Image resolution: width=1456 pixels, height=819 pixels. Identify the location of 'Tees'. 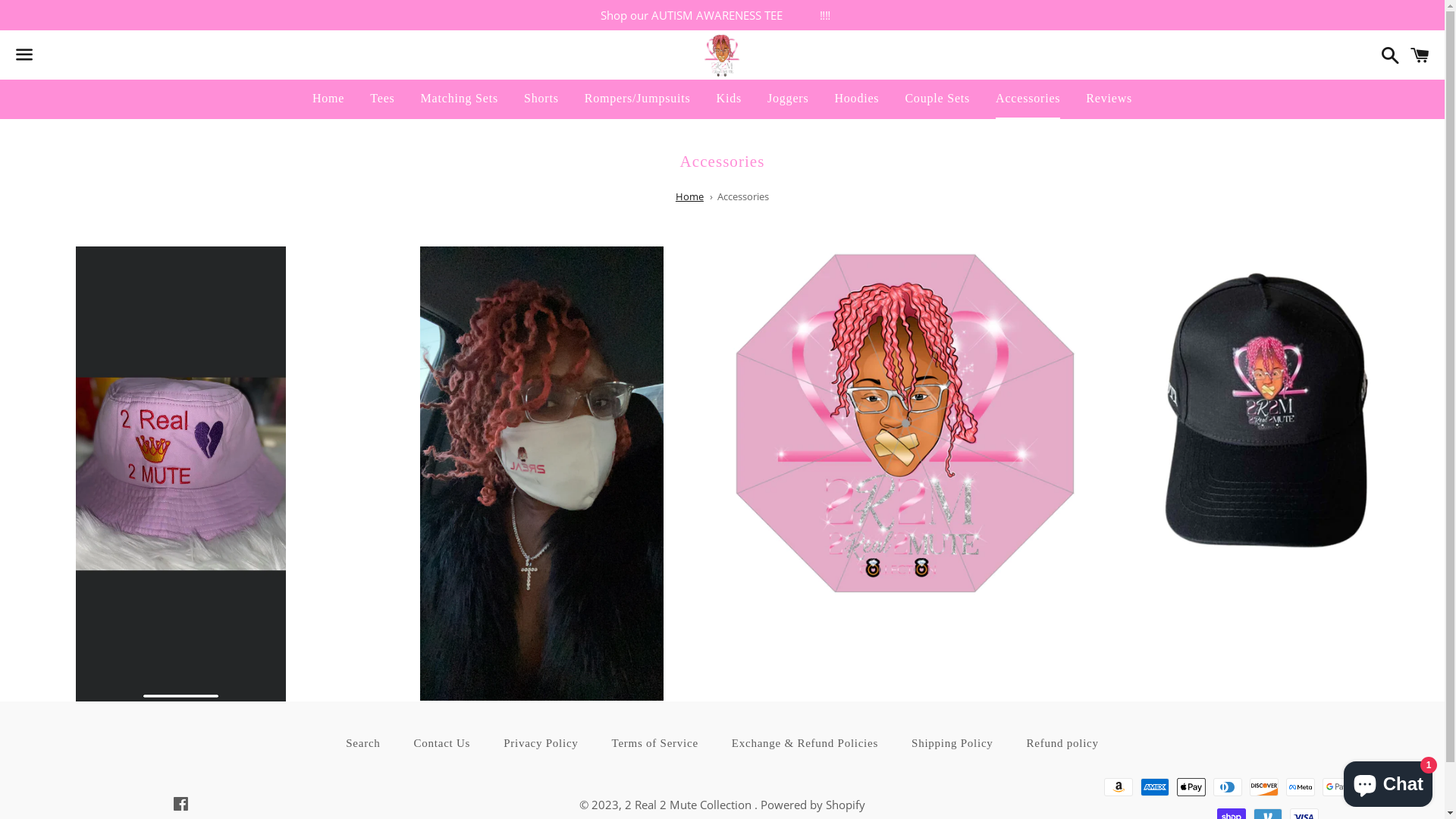
(358, 99).